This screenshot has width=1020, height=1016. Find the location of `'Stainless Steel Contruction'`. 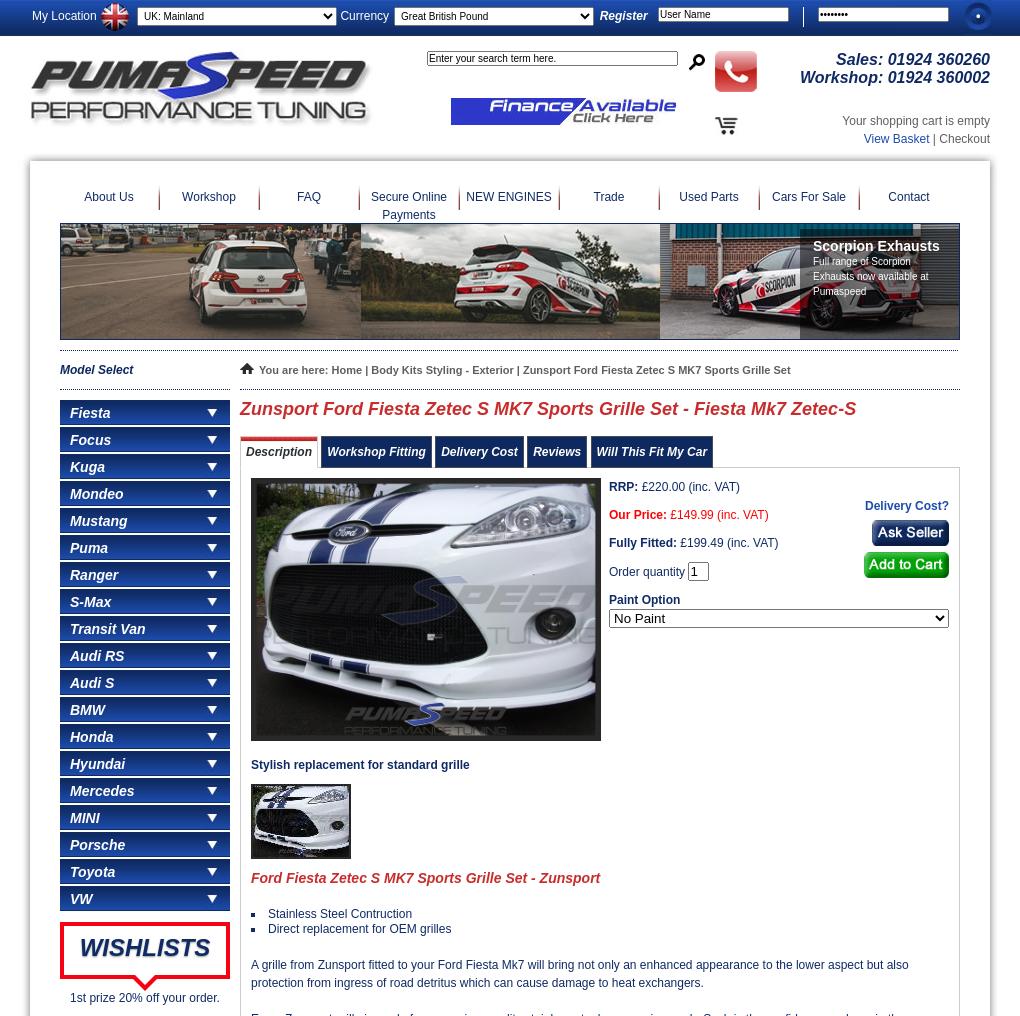

'Stainless Steel Contruction' is located at coordinates (339, 911).